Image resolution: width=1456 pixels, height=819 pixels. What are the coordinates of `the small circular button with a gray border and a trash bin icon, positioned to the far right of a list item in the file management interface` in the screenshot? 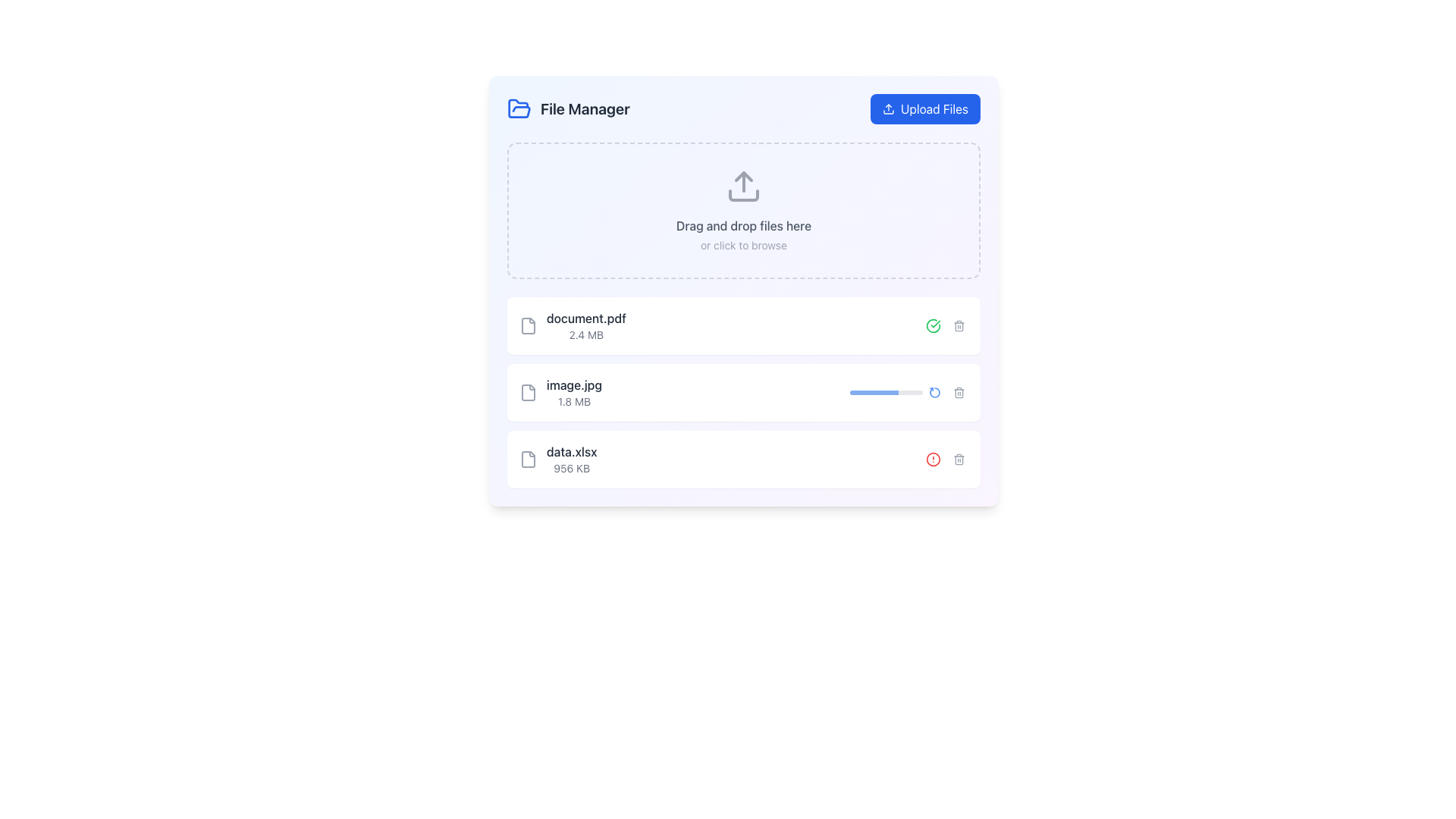 It's located at (959, 391).